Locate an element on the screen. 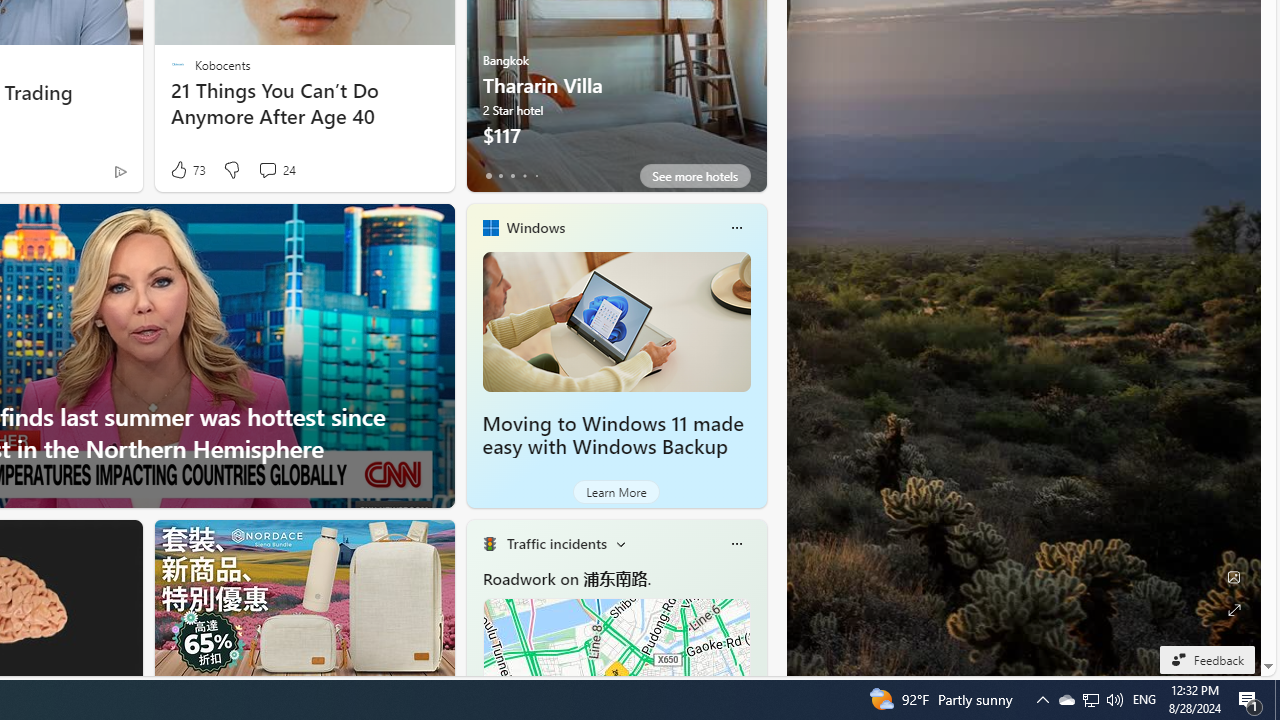  'tab-2' is located at coordinates (512, 175).